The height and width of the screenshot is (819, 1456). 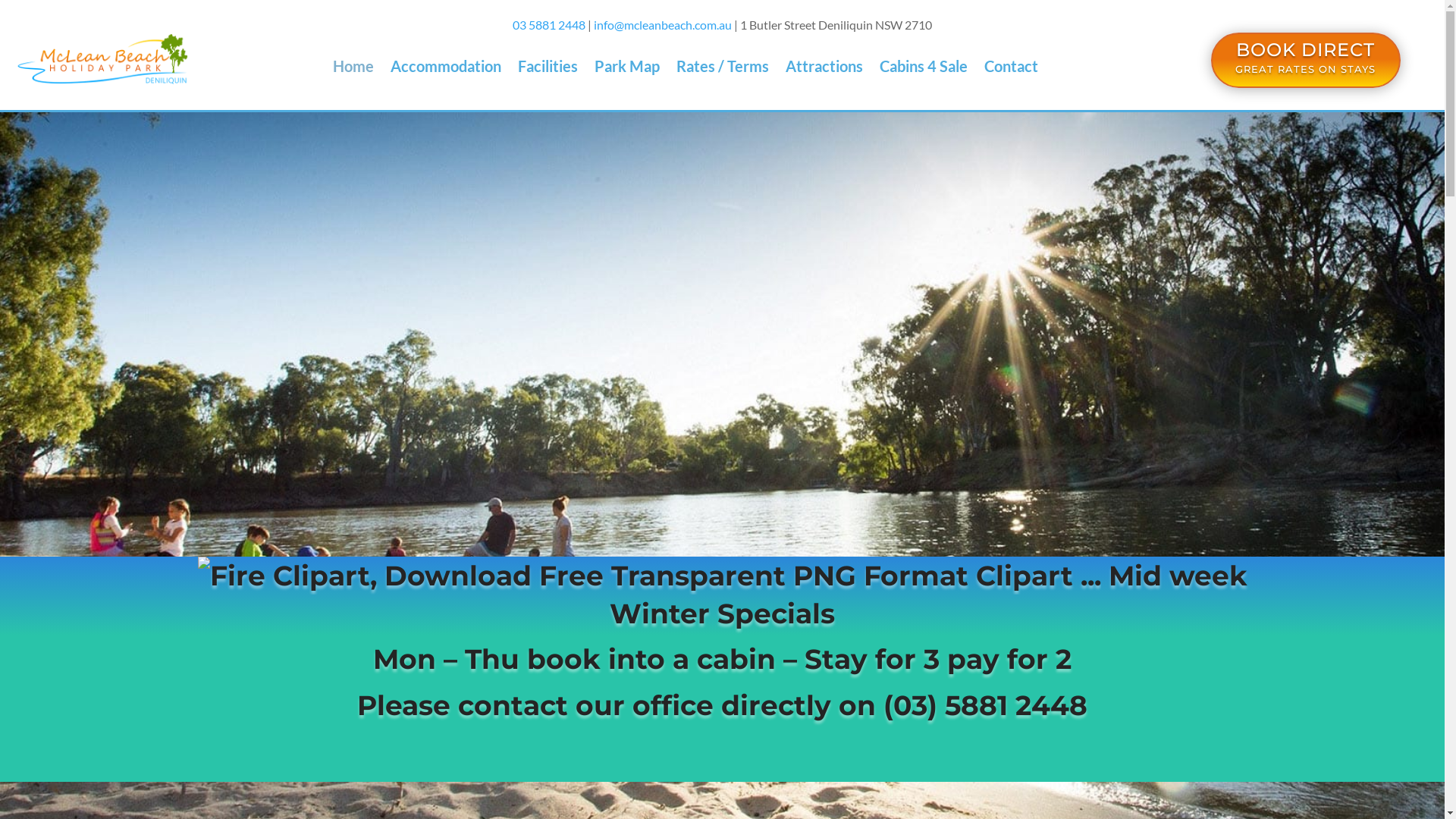 What do you see at coordinates (548, 24) in the screenshot?
I see `'03 5881 2448'` at bounding box center [548, 24].